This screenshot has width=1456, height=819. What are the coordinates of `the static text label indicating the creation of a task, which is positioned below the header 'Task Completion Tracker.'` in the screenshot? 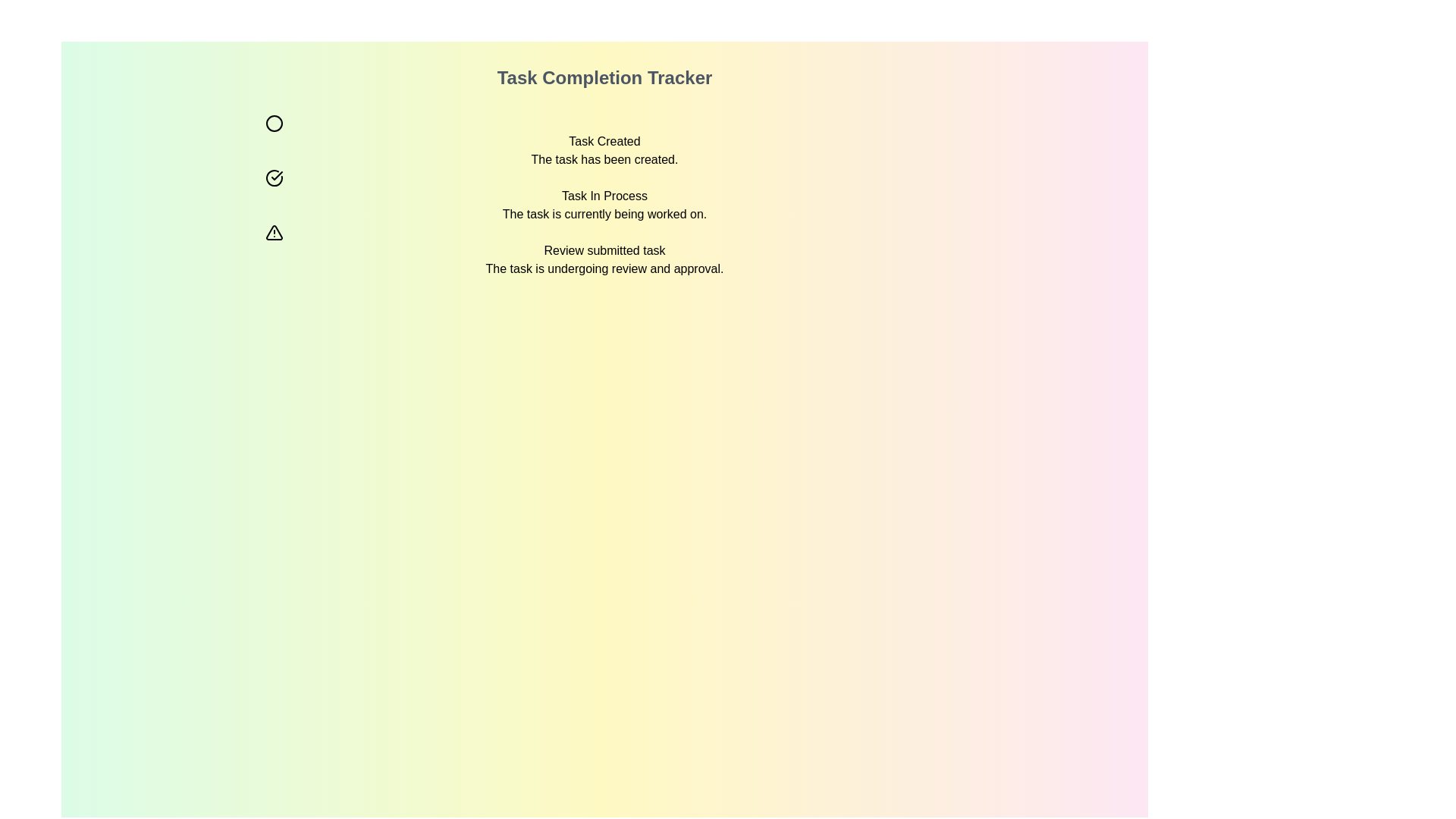 It's located at (604, 141).